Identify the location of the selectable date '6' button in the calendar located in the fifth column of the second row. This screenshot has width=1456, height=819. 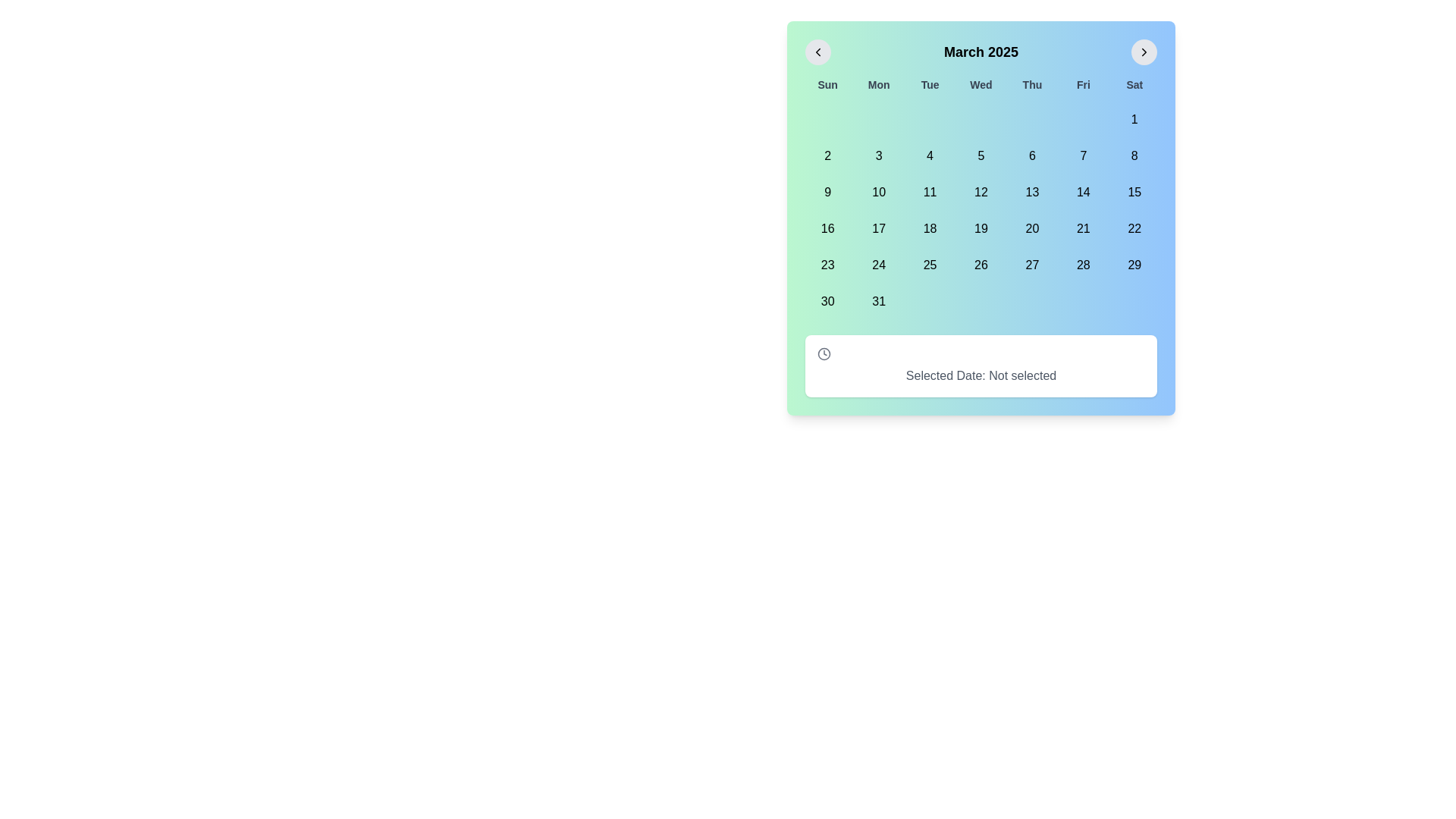
(1031, 155).